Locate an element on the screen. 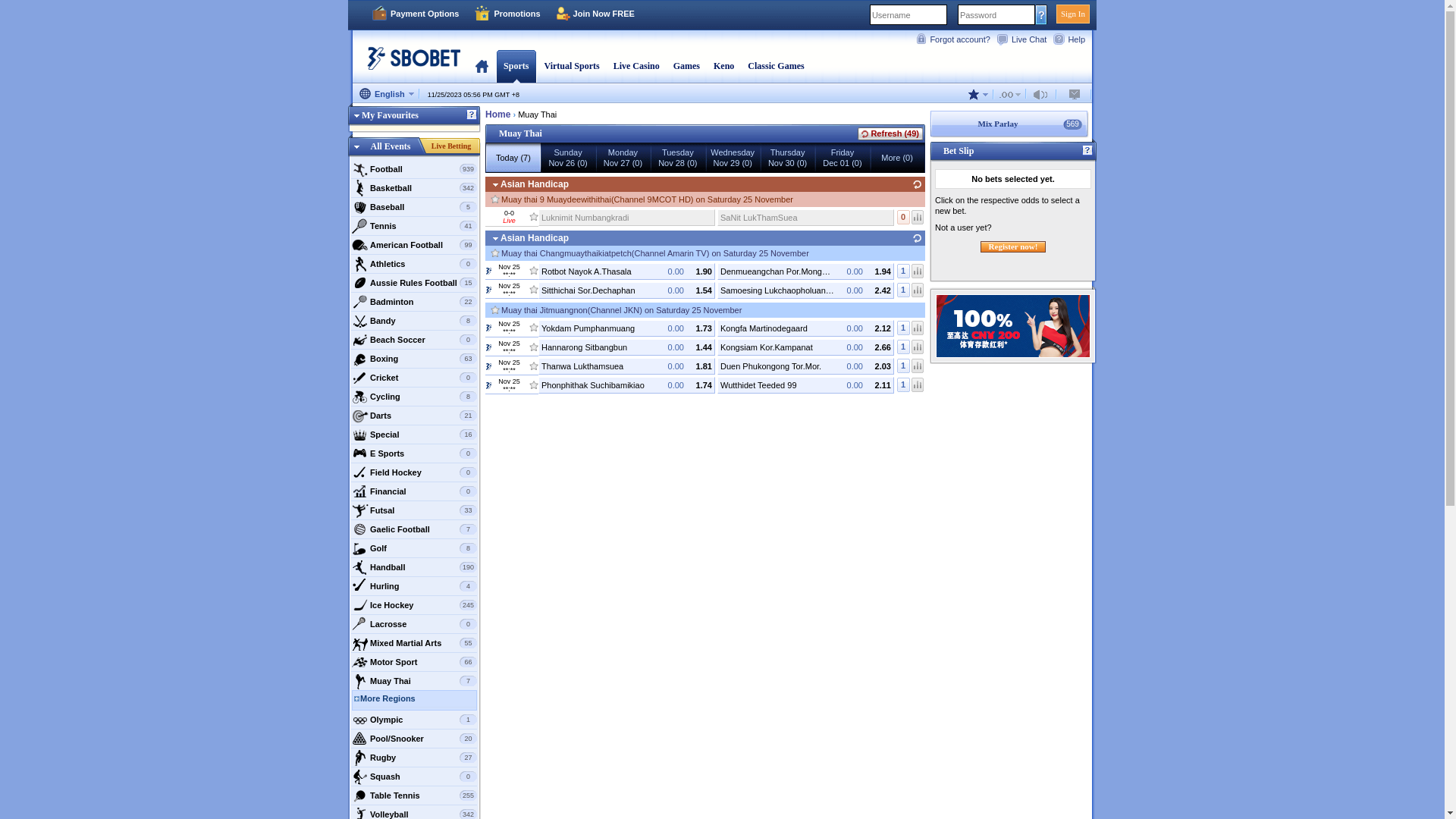  'Wednesday is located at coordinates (732, 158).